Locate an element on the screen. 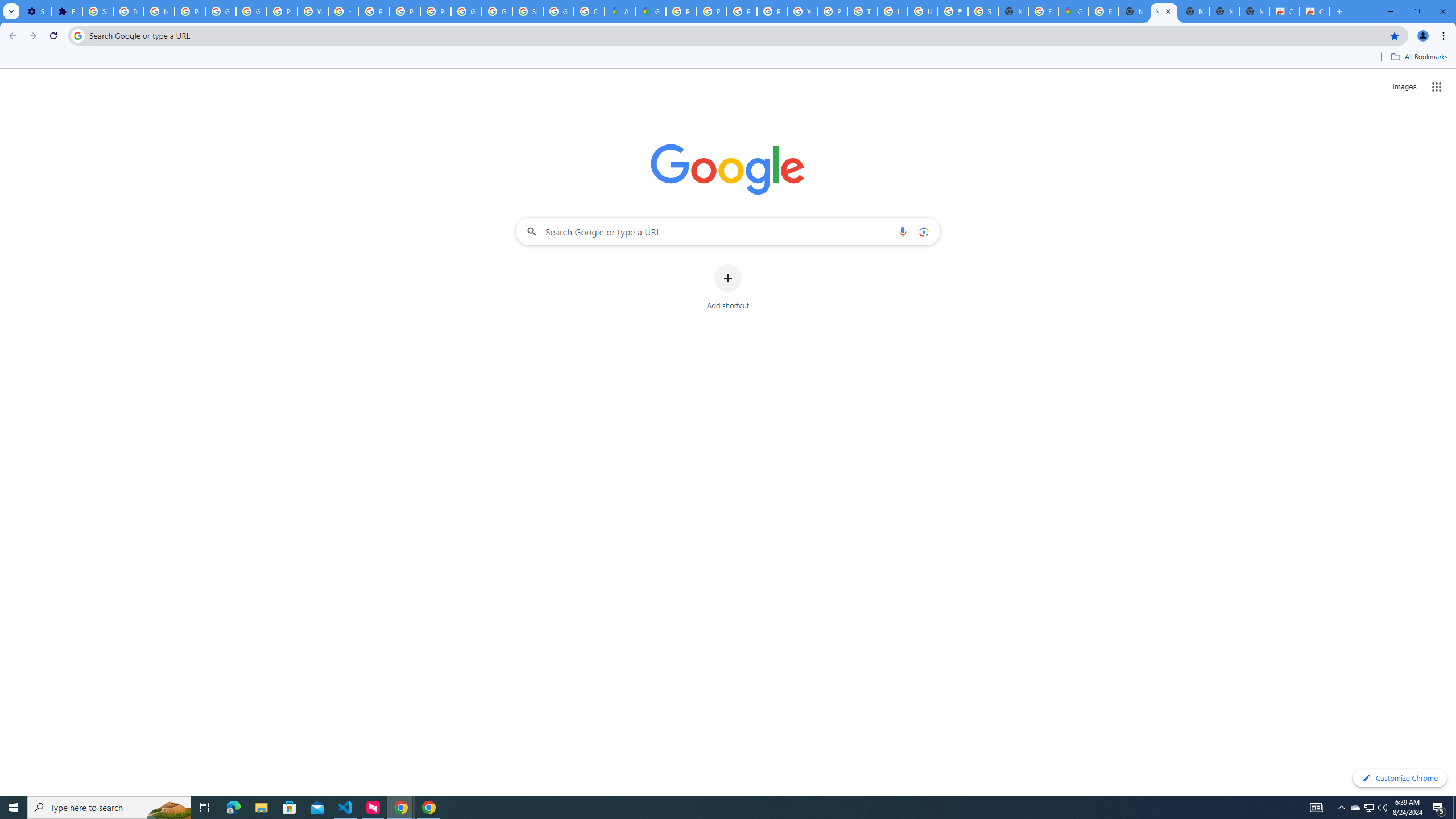 Image resolution: width=1456 pixels, height=819 pixels. 'https://scholar.google.com/' is located at coordinates (343, 11).